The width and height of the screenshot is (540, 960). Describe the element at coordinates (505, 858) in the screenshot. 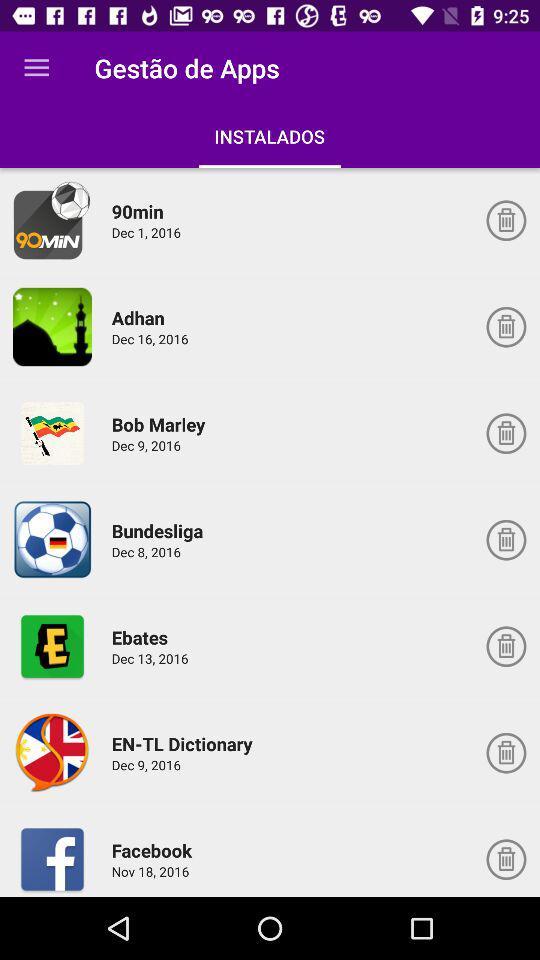

I see `uninstall application` at that location.